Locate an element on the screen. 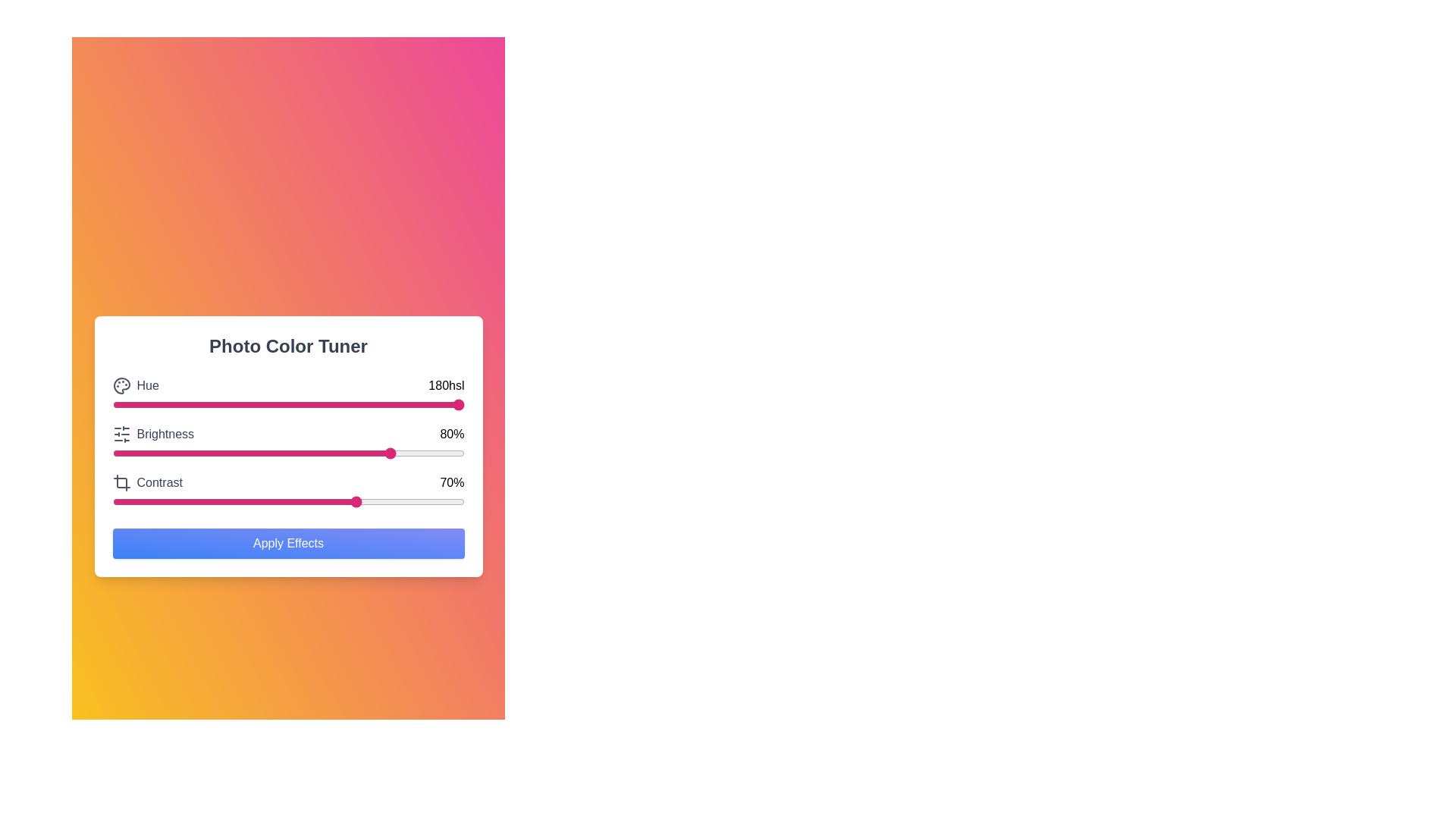 The image size is (1456, 819). the brightness slider to set the brightness to 36% is located at coordinates (238, 452).